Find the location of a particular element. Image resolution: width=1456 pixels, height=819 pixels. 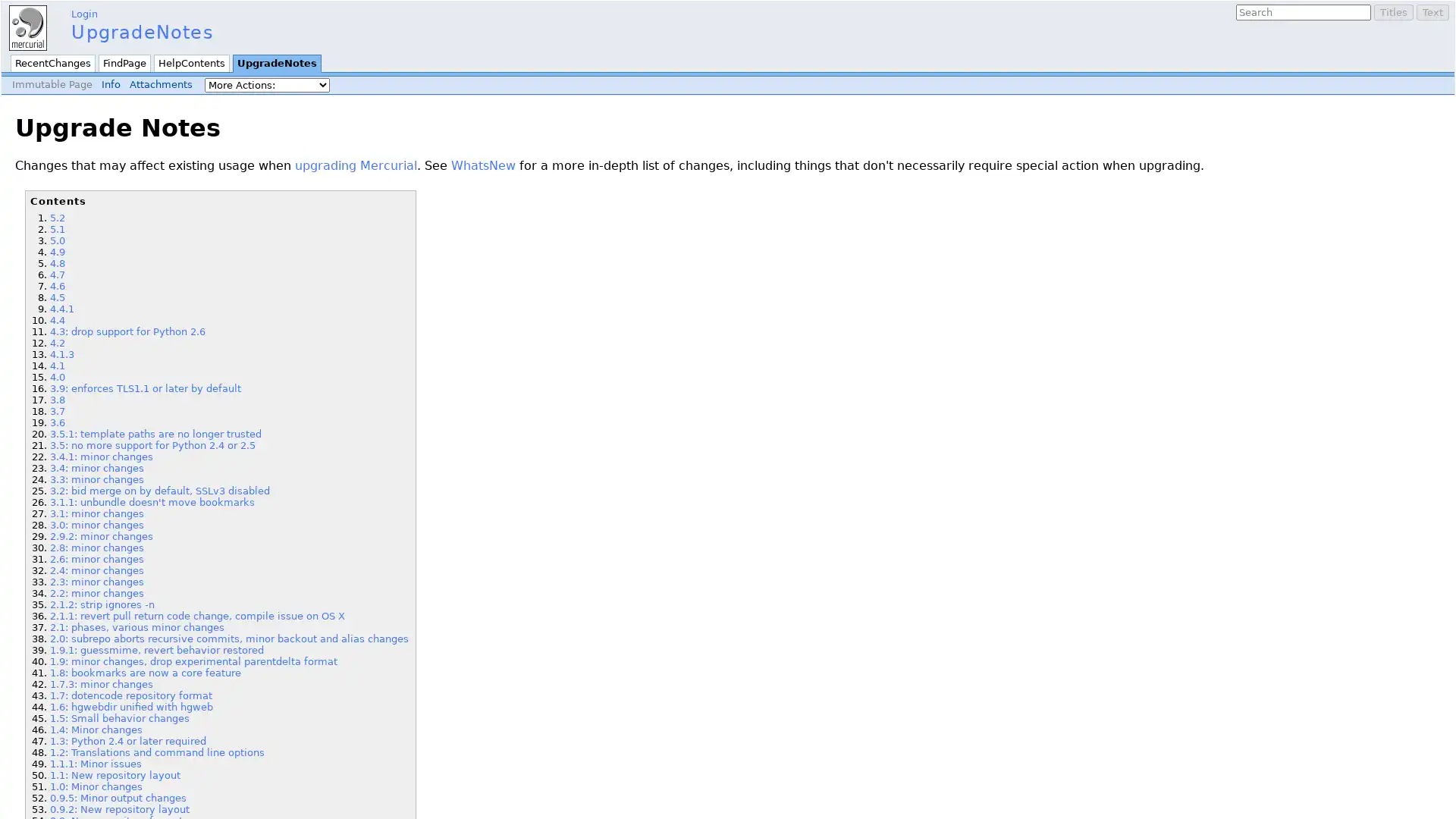

Titles is located at coordinates (1394, 12).